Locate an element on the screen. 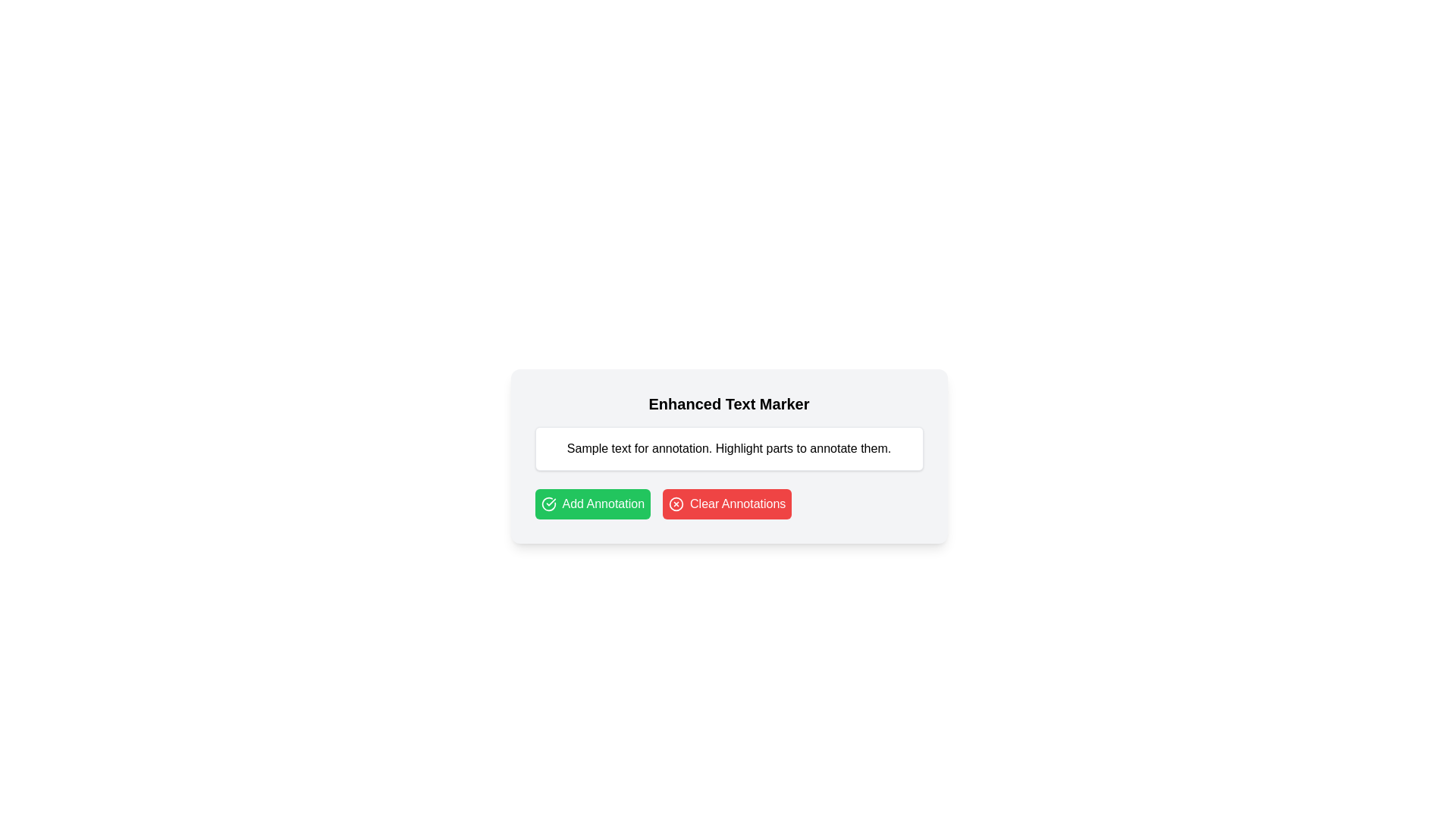 This screenshot has height=819, width=1456. the space element located between the words 'Highlight' and 'parts' in the single-line text box containing 'Sample text for annotation.' is located at coordinates (764, 447).